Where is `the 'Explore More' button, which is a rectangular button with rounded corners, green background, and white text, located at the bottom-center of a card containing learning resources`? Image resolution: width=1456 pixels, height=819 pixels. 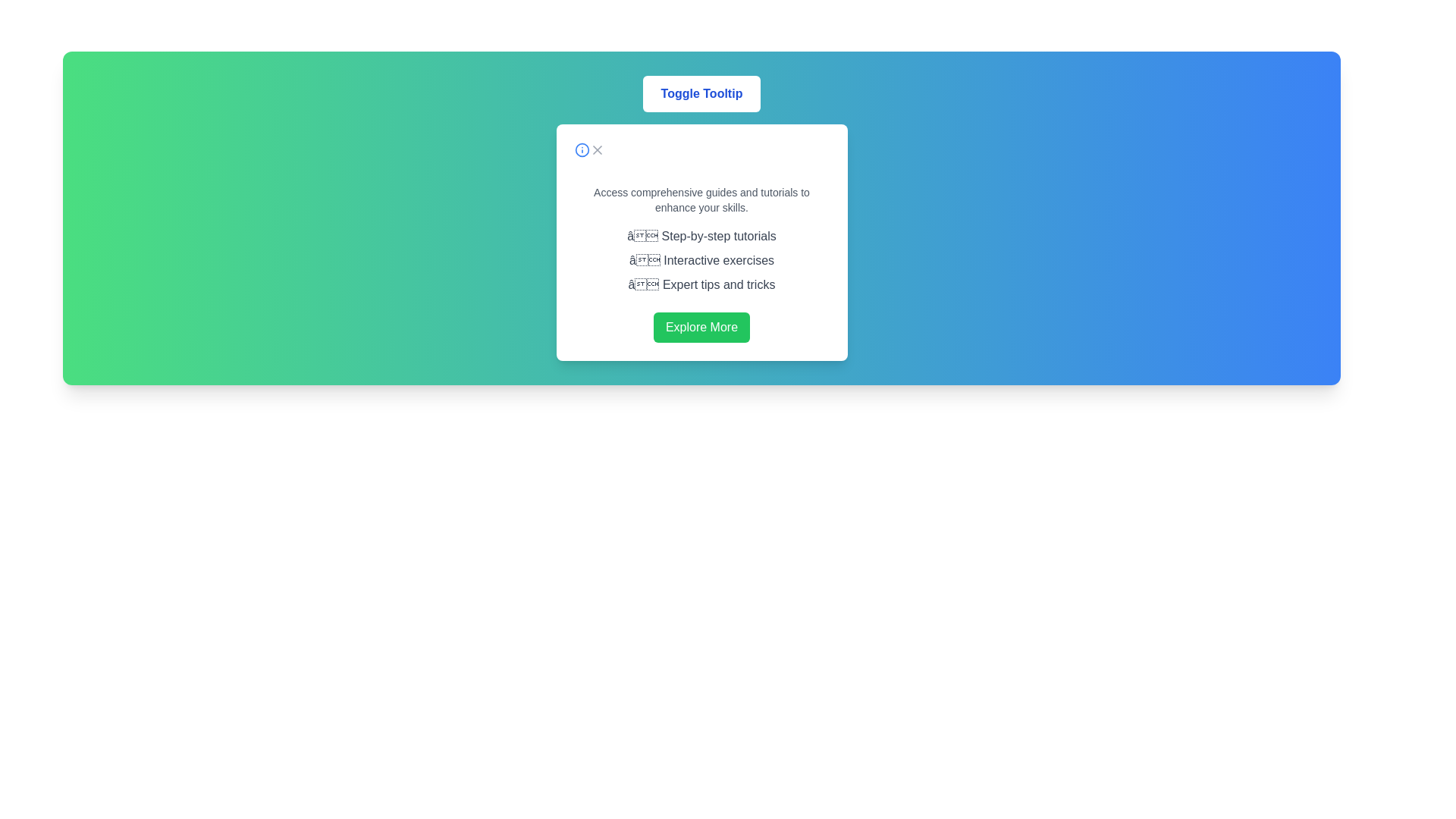
the 'Explore More' button, which is a rectangular button with rounded corners, green background, and white text, located at the bottom-center of a card containing learning resources is located at coordinates (701, 327).